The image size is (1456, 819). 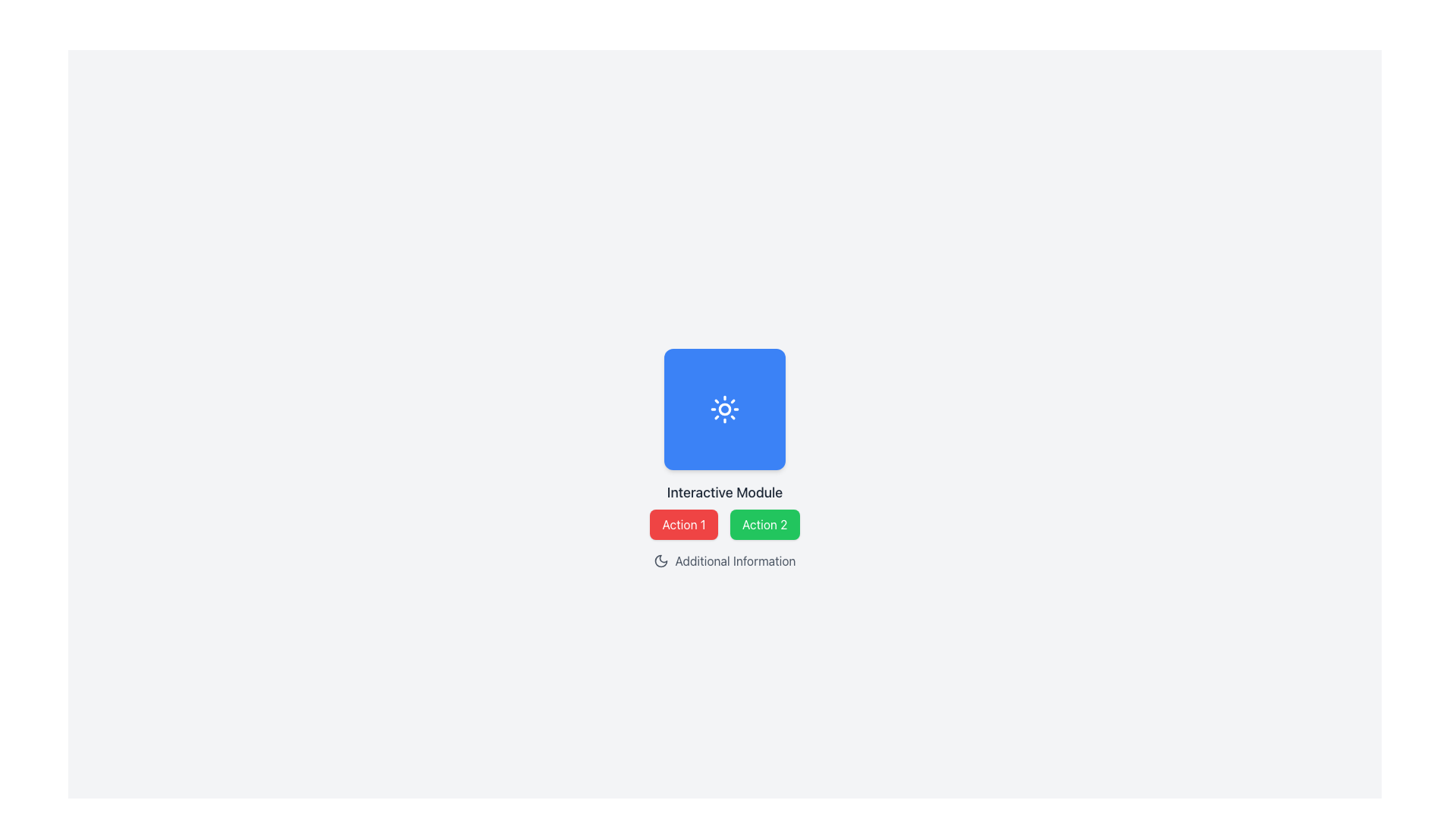 What do you see at coordinates (723, 491) in the screenshot?
I see `the descriptive text label that is centrally positioned below the blue square icon and above the 'Action 1' and 'Action 2' buttons` at bounding box center [723, 491].